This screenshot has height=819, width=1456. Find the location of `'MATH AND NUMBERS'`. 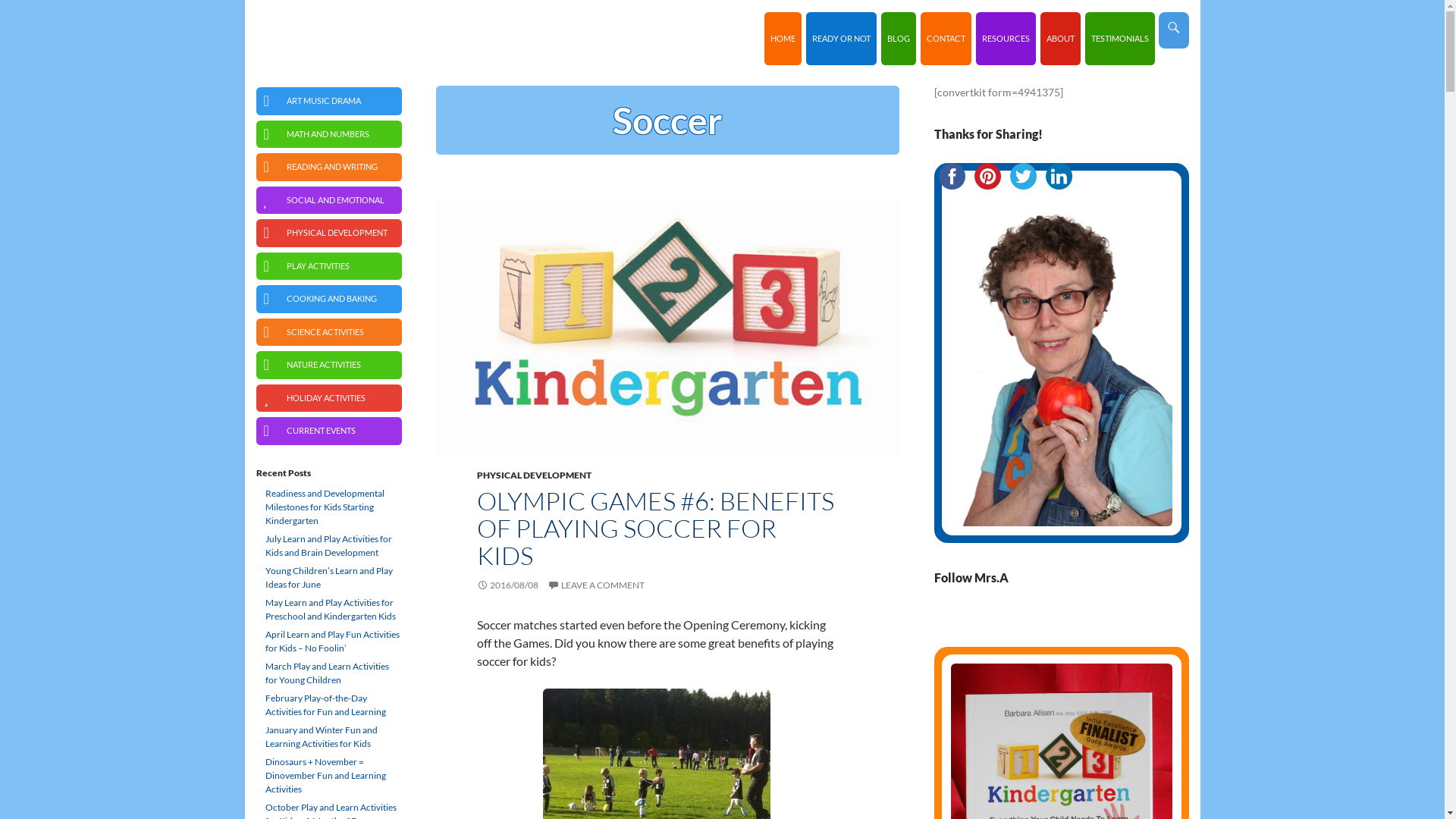

'MATH AND NUMBERS' is located at coordinates (328, 133).